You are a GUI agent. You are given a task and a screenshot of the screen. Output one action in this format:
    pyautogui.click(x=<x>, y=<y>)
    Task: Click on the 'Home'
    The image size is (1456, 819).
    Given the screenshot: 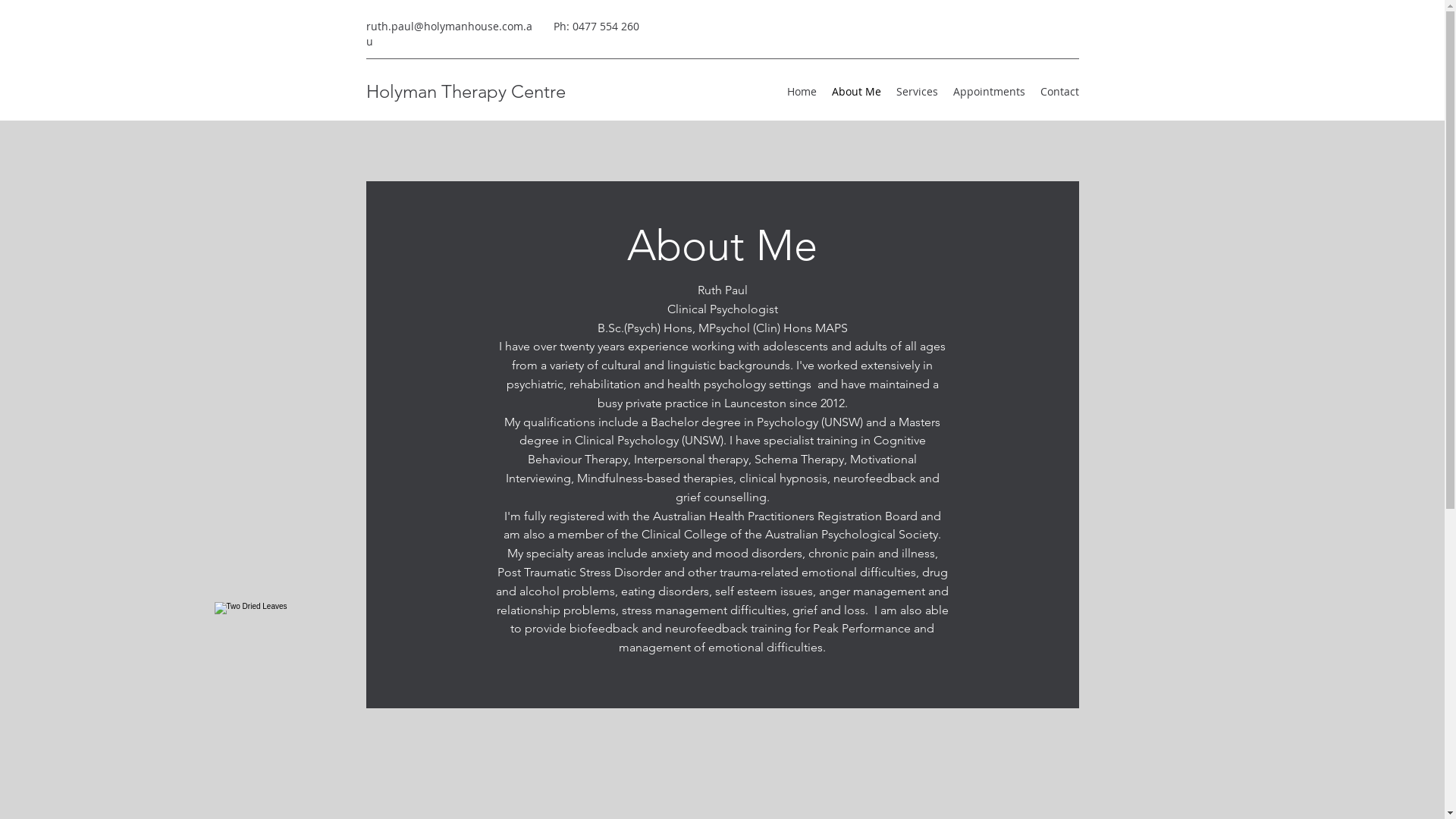 What is the action you would take?
    pyautogui.click(x=801, y=91)
    